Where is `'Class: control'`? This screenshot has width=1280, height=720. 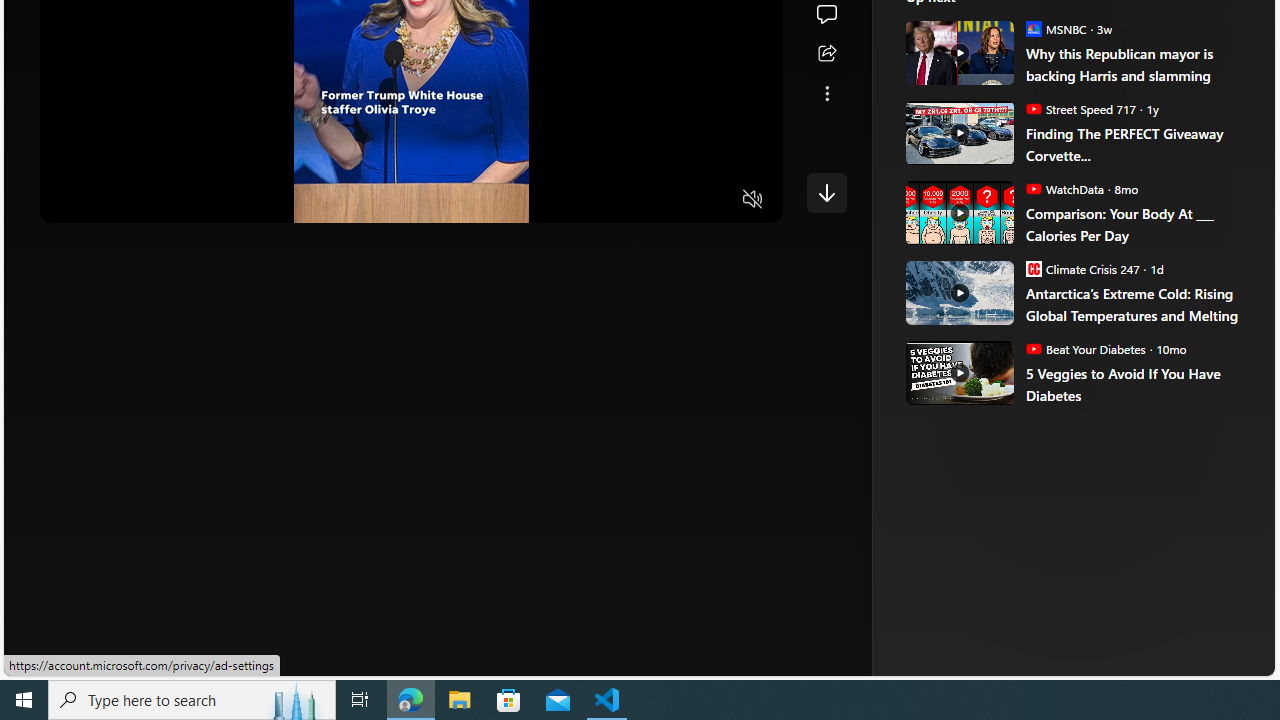
'Class: control' is located at coordinates (826, 192).